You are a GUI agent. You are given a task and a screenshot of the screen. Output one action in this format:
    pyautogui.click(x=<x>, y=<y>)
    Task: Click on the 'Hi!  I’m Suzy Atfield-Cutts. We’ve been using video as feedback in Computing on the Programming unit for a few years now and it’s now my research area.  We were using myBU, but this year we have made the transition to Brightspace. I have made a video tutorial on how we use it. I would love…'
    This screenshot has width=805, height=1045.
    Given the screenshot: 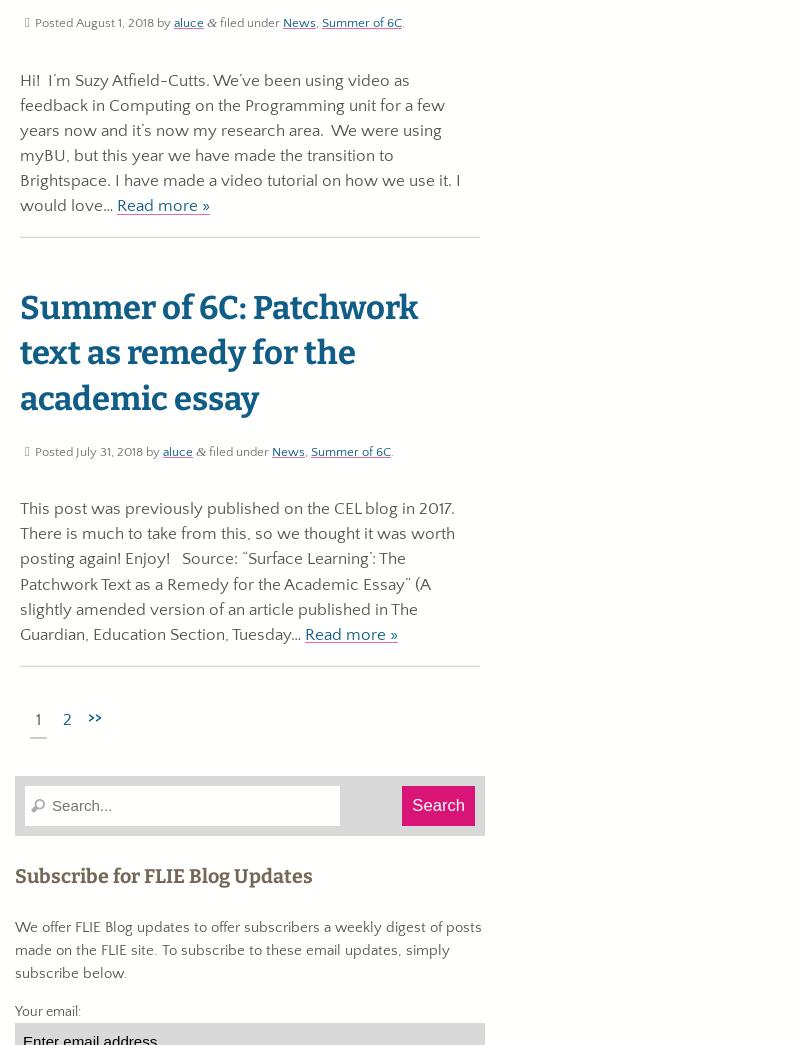 What is the action you would take?
    pyautogui.click(x=240, y=141)
    